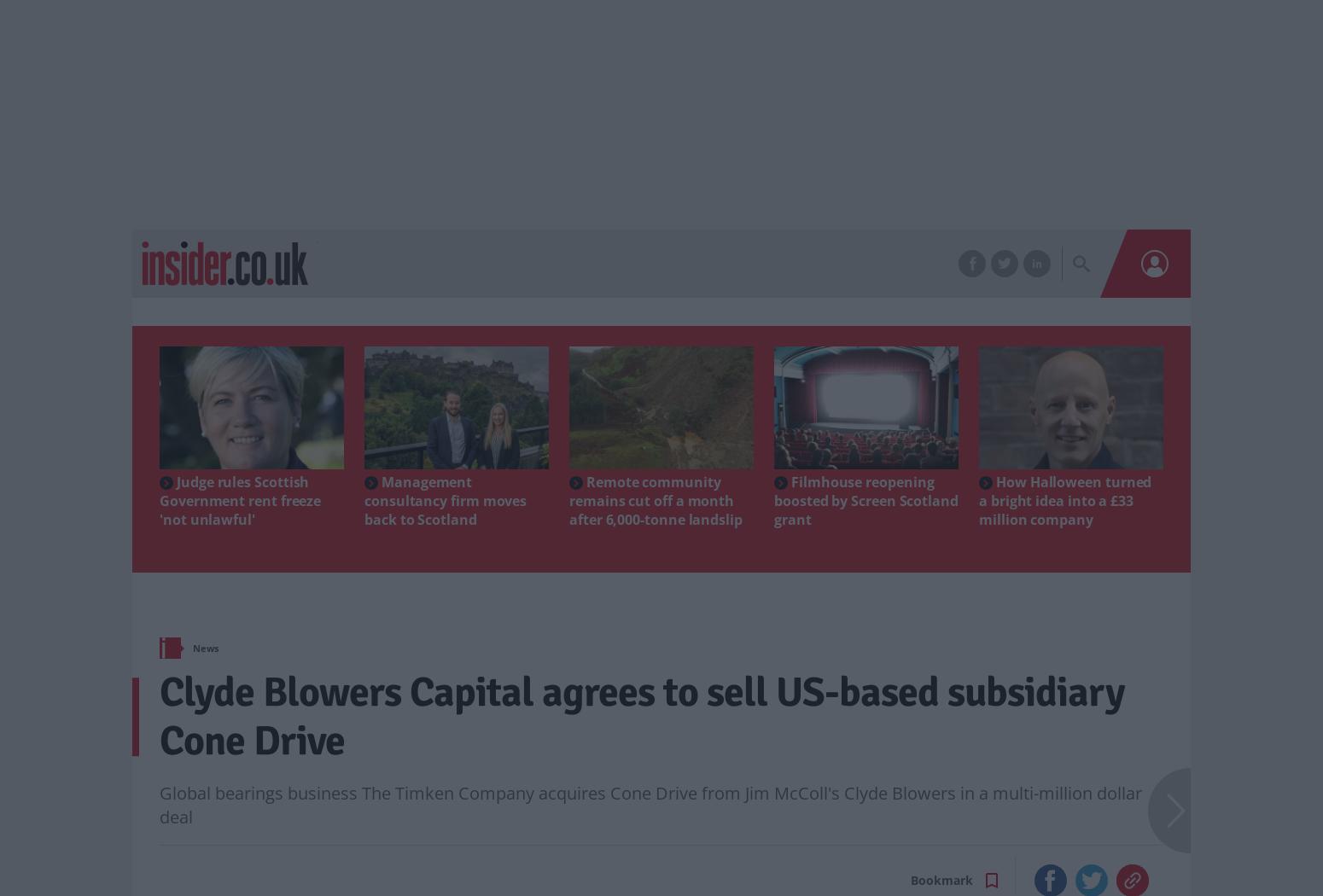 The height and width of the screenshot is (896, 1323). Describe the element at coordinates (445, 499) in the screenshot. I see `'Management consultancy firm moves back to Scotland'` at that location.